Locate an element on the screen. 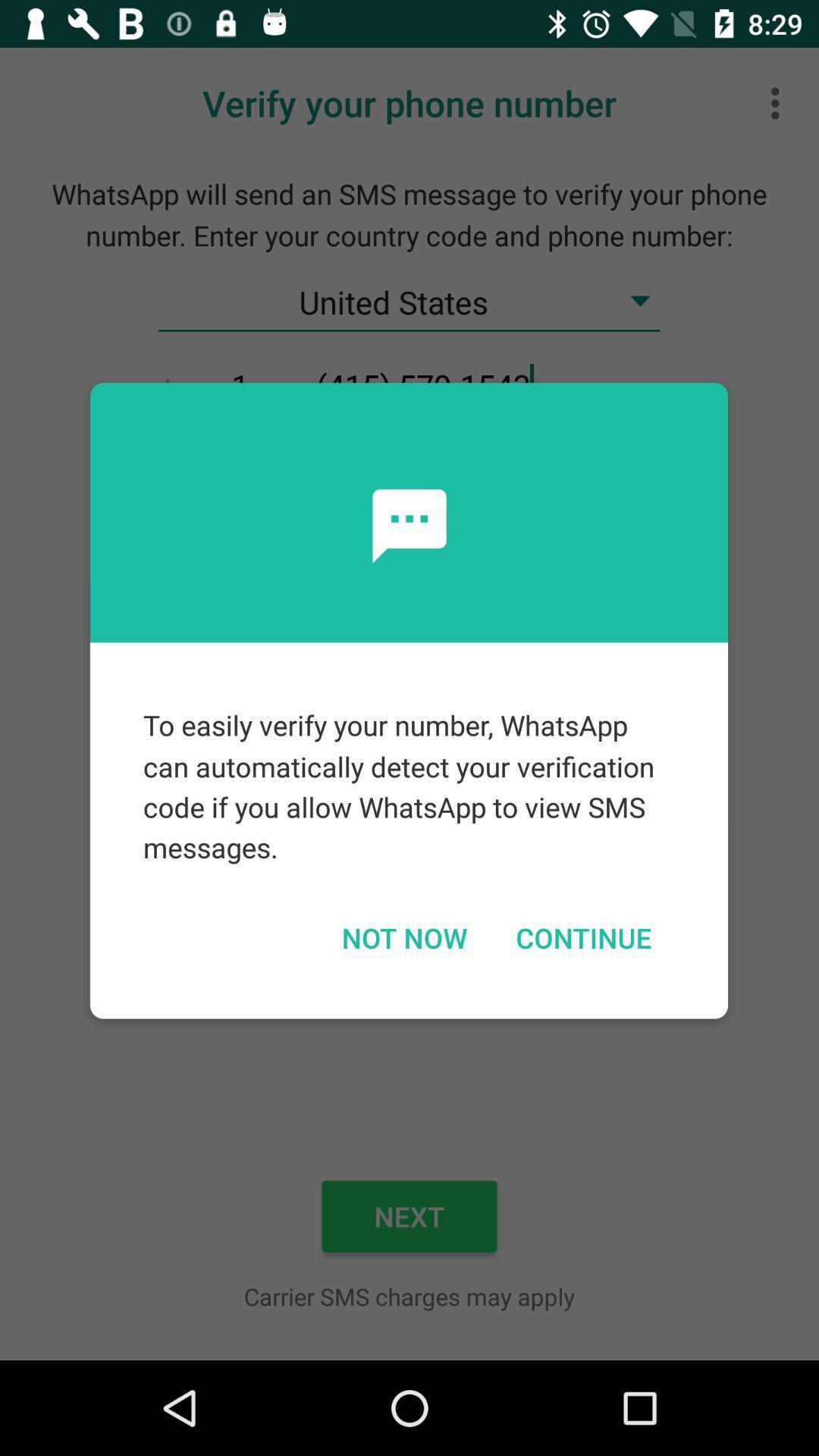 The image size is (819, 1456). icon below to easily verify is located at coordinates (582, 937).